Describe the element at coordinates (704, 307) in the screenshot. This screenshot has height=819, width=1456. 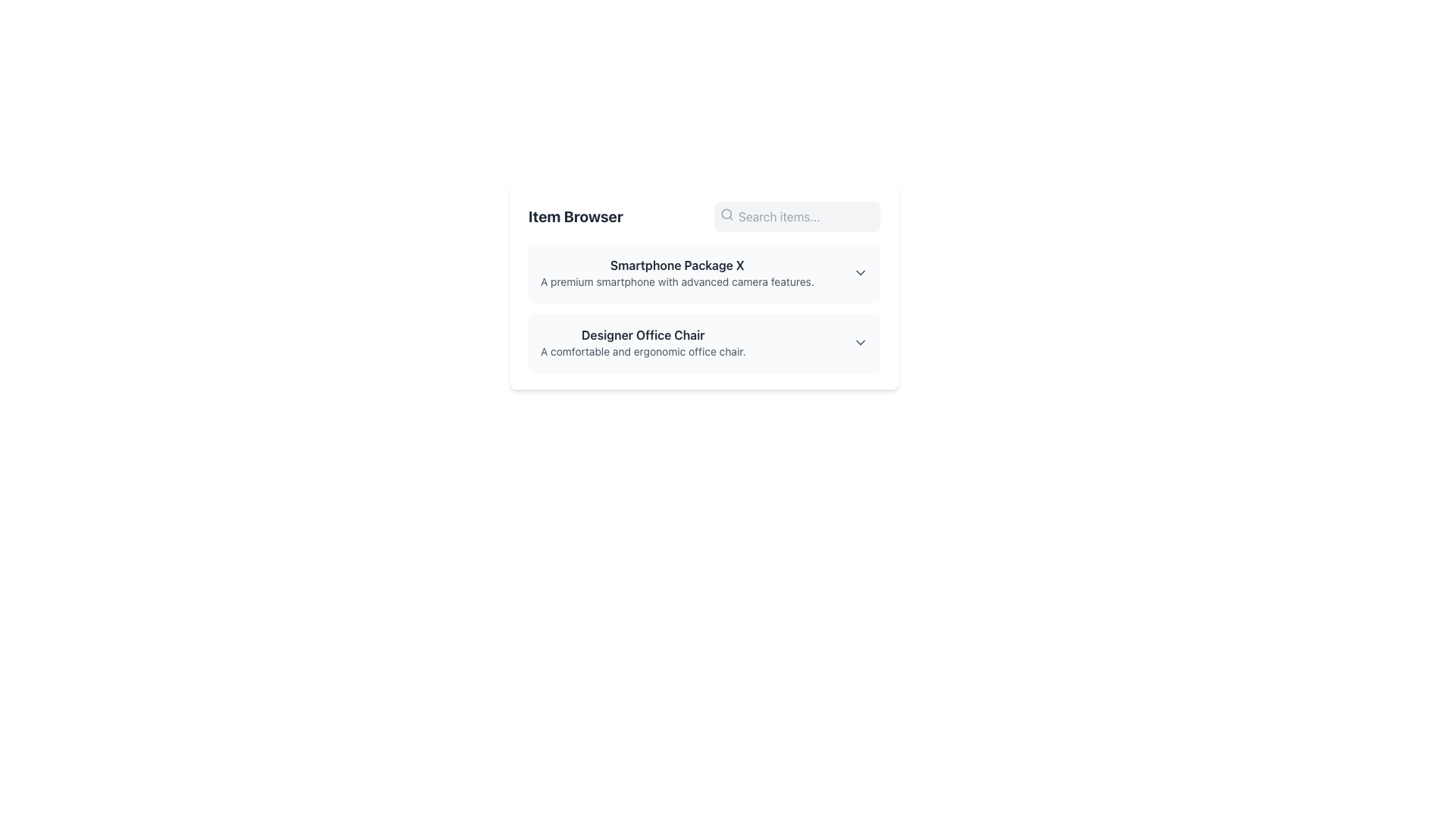
I see `a section of the List component displaying item summaries` at that location.